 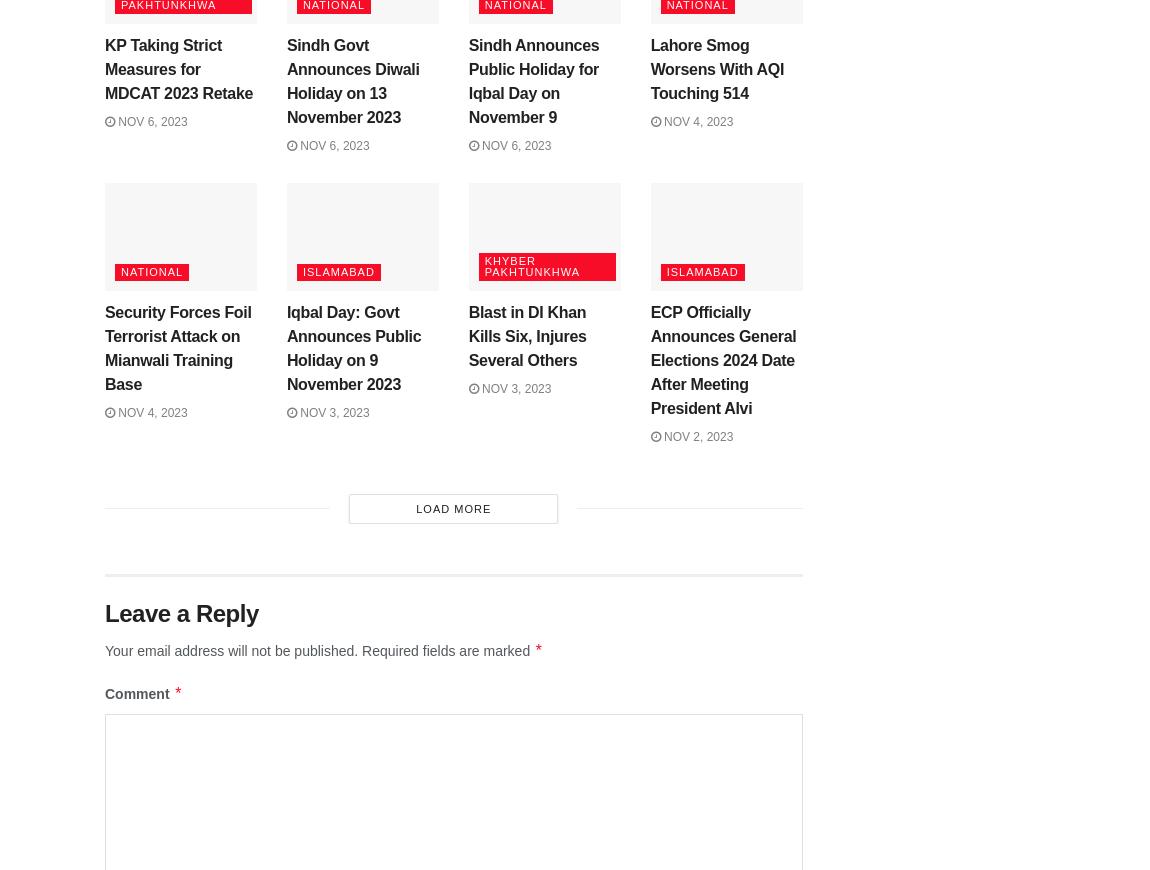 I want to click on 'Blast in DI Khan Kills Six, Injures Several Others', so click(x=468, y=336).